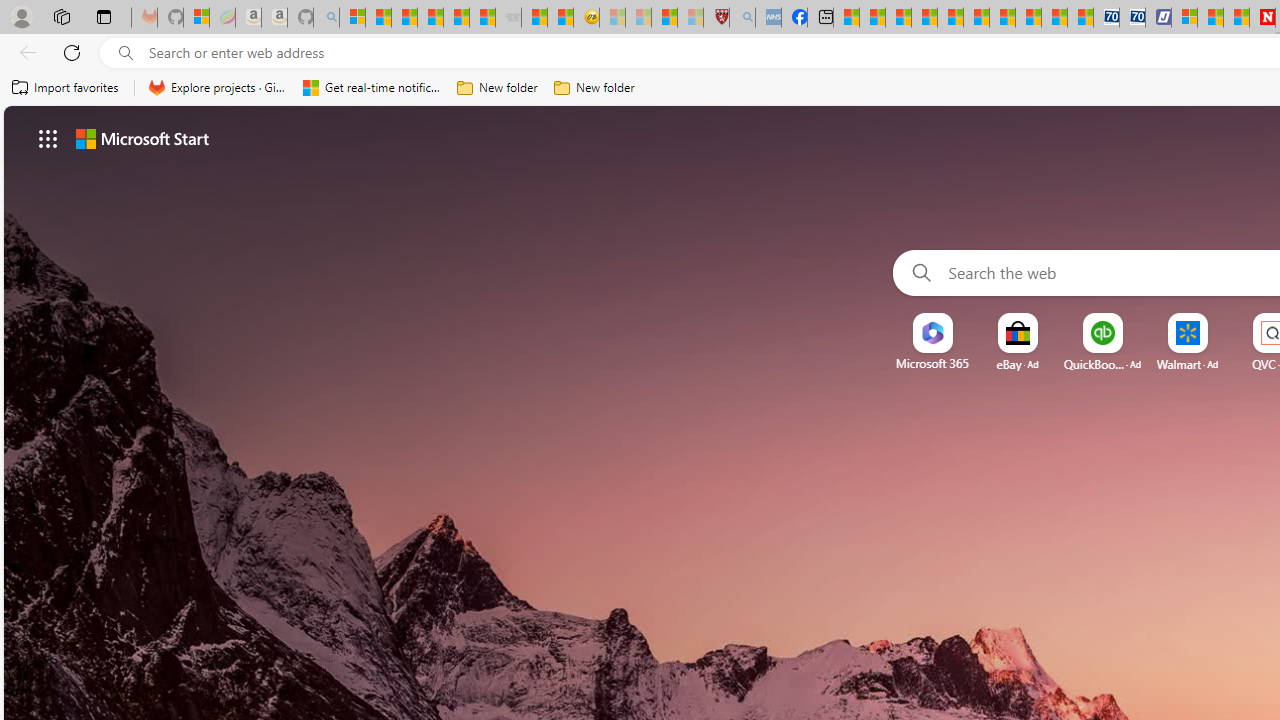  What do you see at coordinates (1184, 17) in the screenshot?
I see `'Microsoft account | Privacy'` at bounding box center [1184, 17].